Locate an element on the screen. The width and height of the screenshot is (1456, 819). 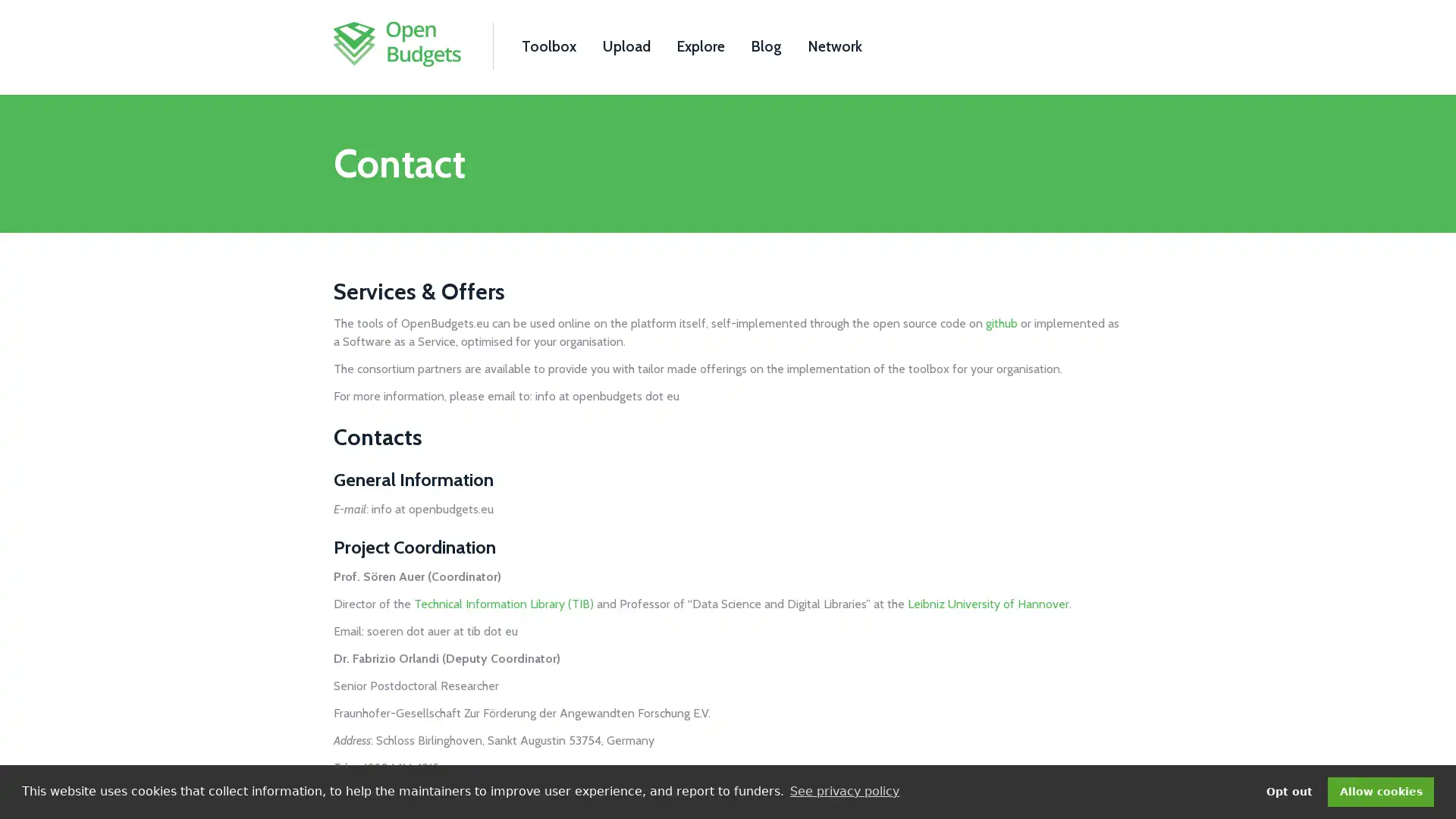
learn more about cookies is located at coordinates (843, 791).